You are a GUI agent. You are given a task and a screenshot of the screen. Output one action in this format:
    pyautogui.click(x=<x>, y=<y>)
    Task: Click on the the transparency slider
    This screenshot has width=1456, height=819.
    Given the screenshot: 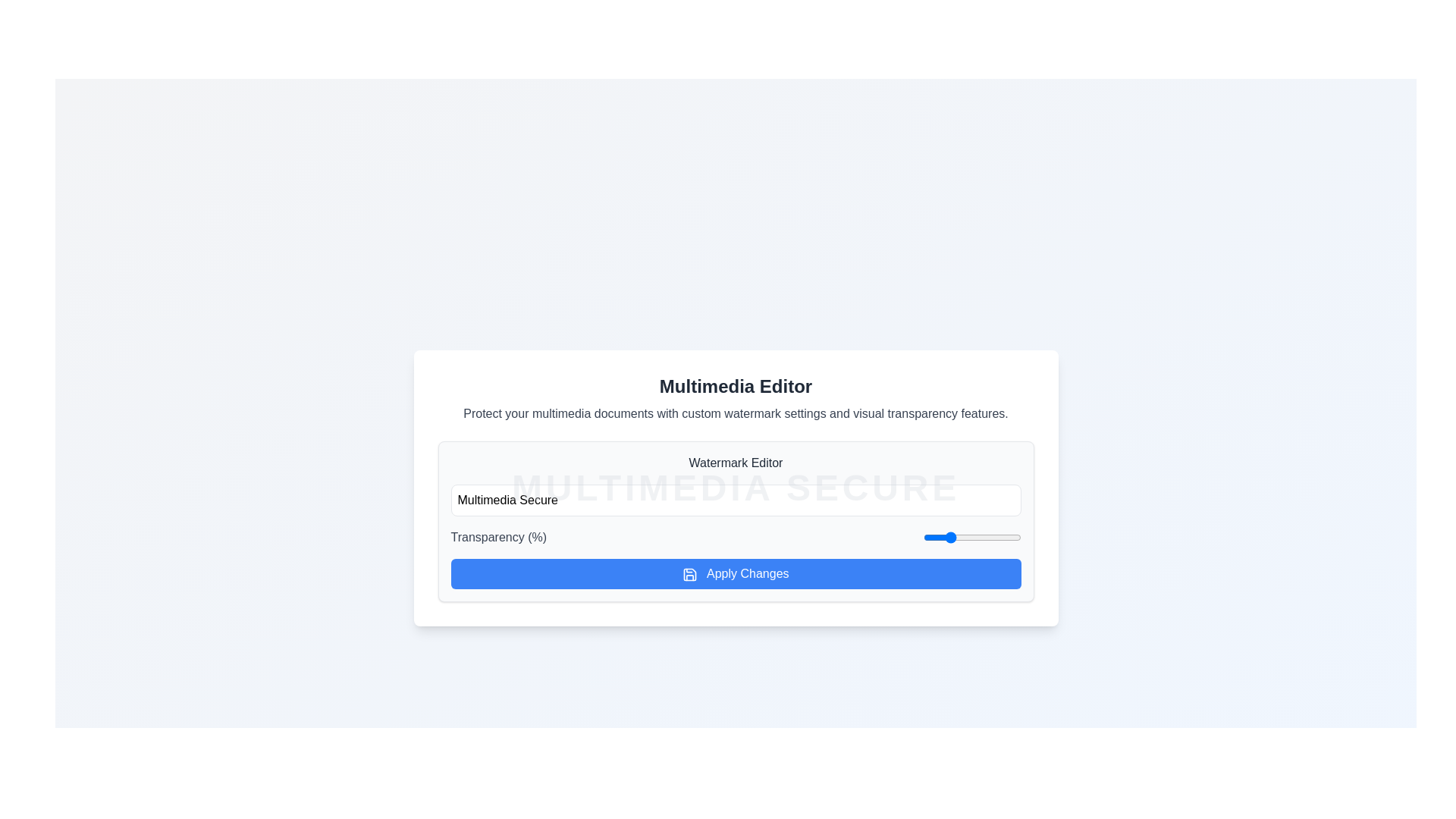 What is the action you would take?
    pyautogui.click(x=946, y=537)
    